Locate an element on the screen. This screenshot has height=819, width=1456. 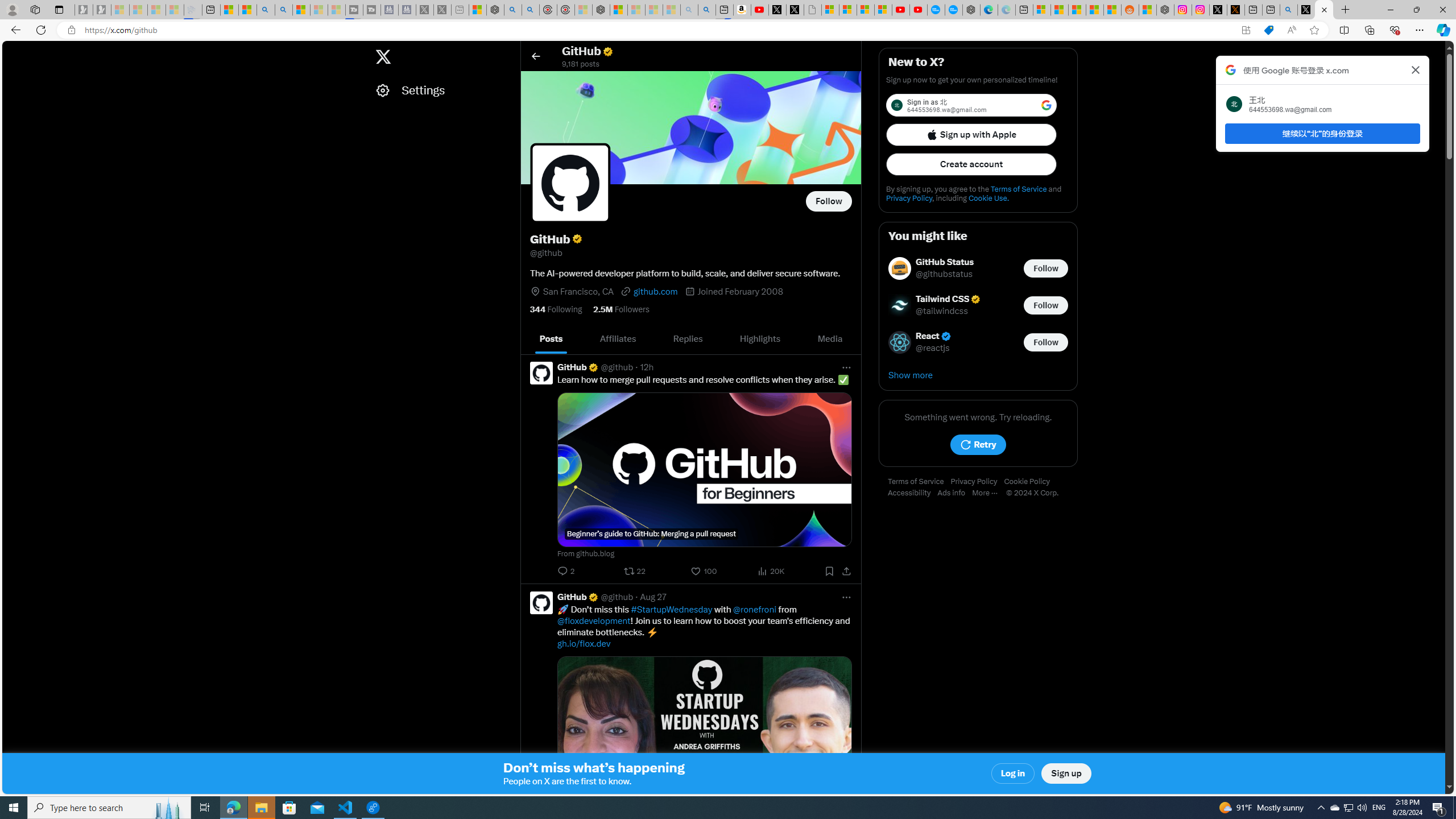
'Follow @github' is located at coordinates (828, 201).